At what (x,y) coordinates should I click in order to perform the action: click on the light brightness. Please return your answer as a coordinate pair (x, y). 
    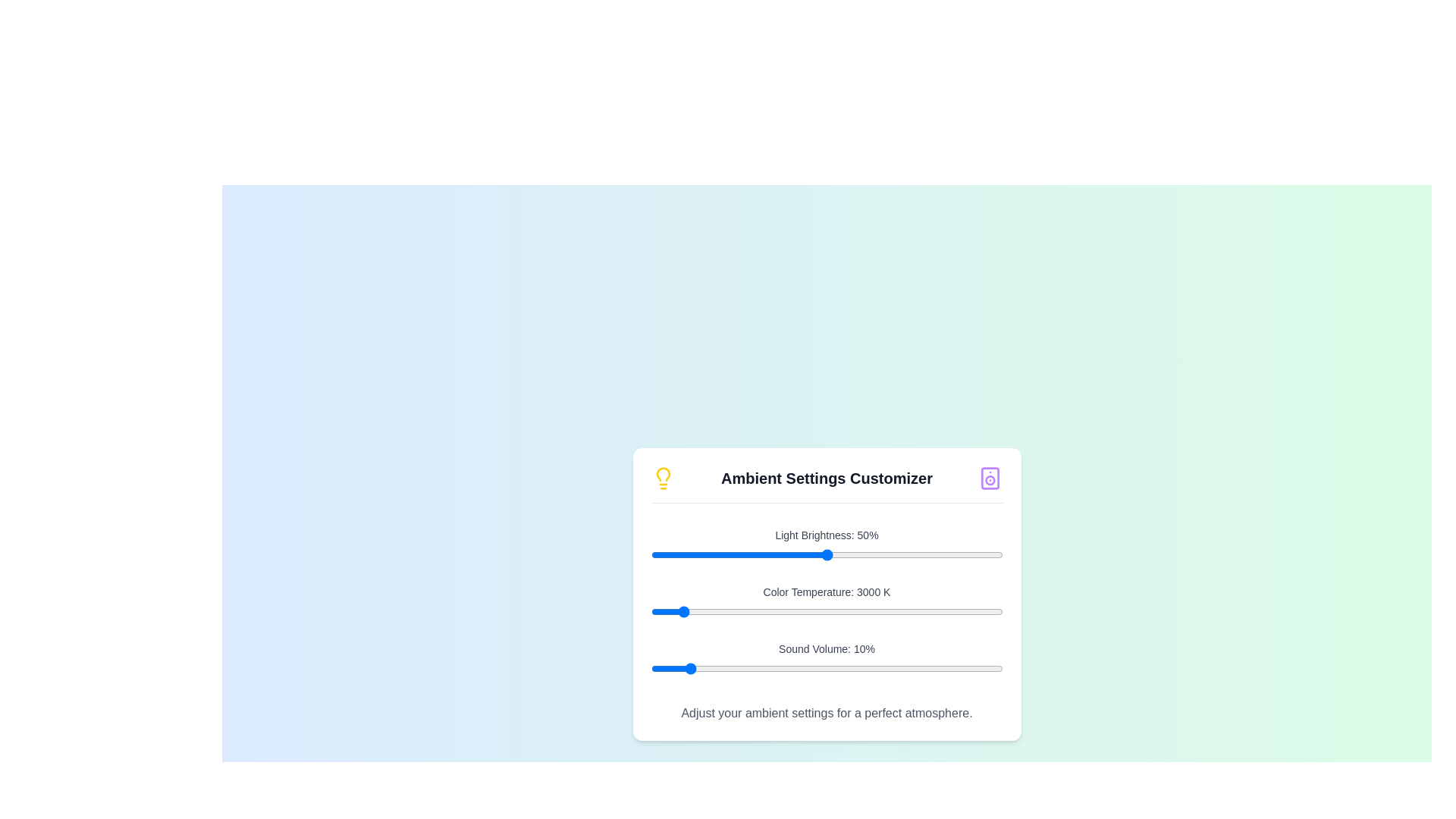
    Looking at the image, I should click on (784, 555).